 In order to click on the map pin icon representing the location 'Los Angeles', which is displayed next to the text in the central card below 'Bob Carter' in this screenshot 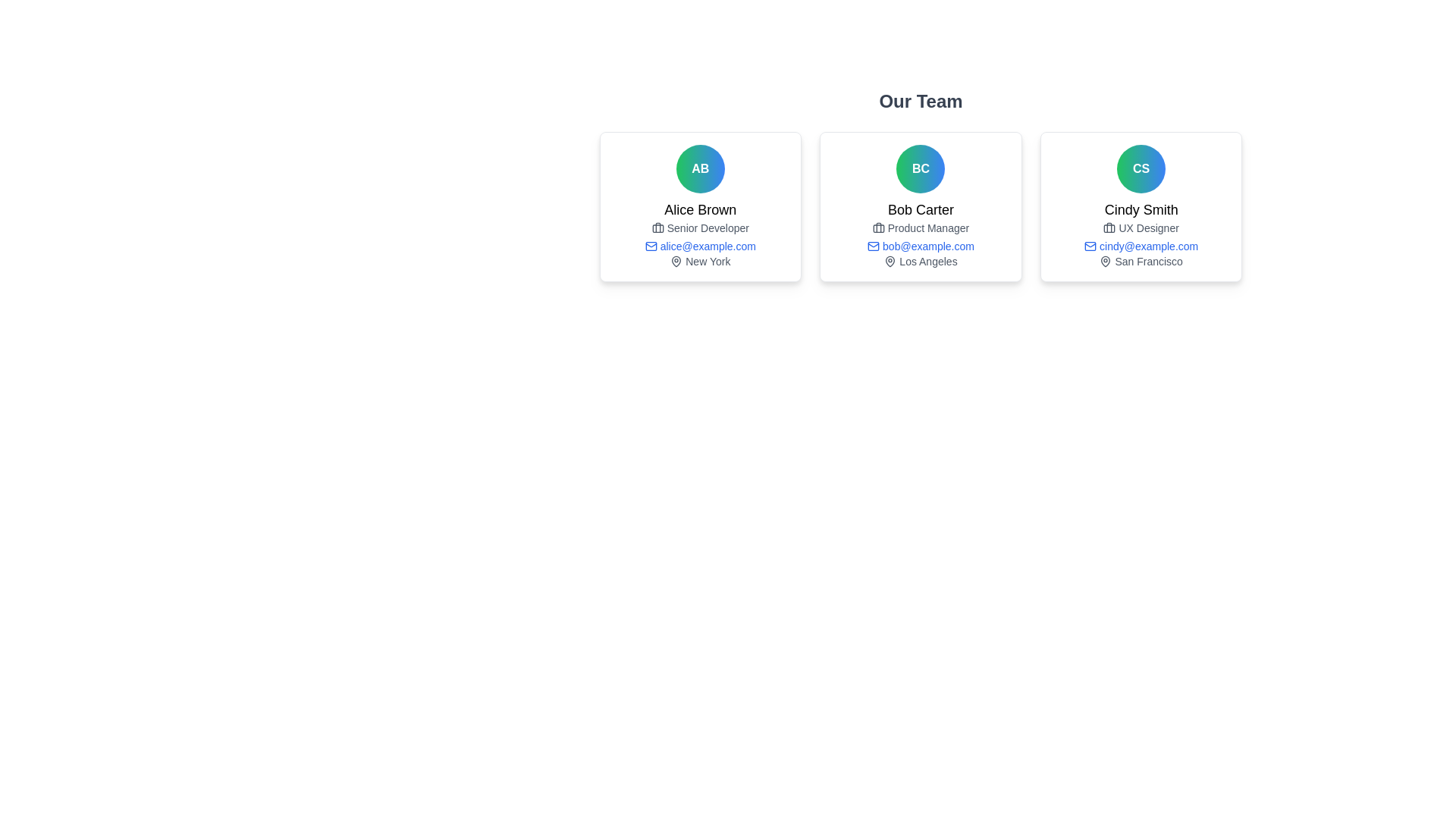, I will do `click(890, 260)`.